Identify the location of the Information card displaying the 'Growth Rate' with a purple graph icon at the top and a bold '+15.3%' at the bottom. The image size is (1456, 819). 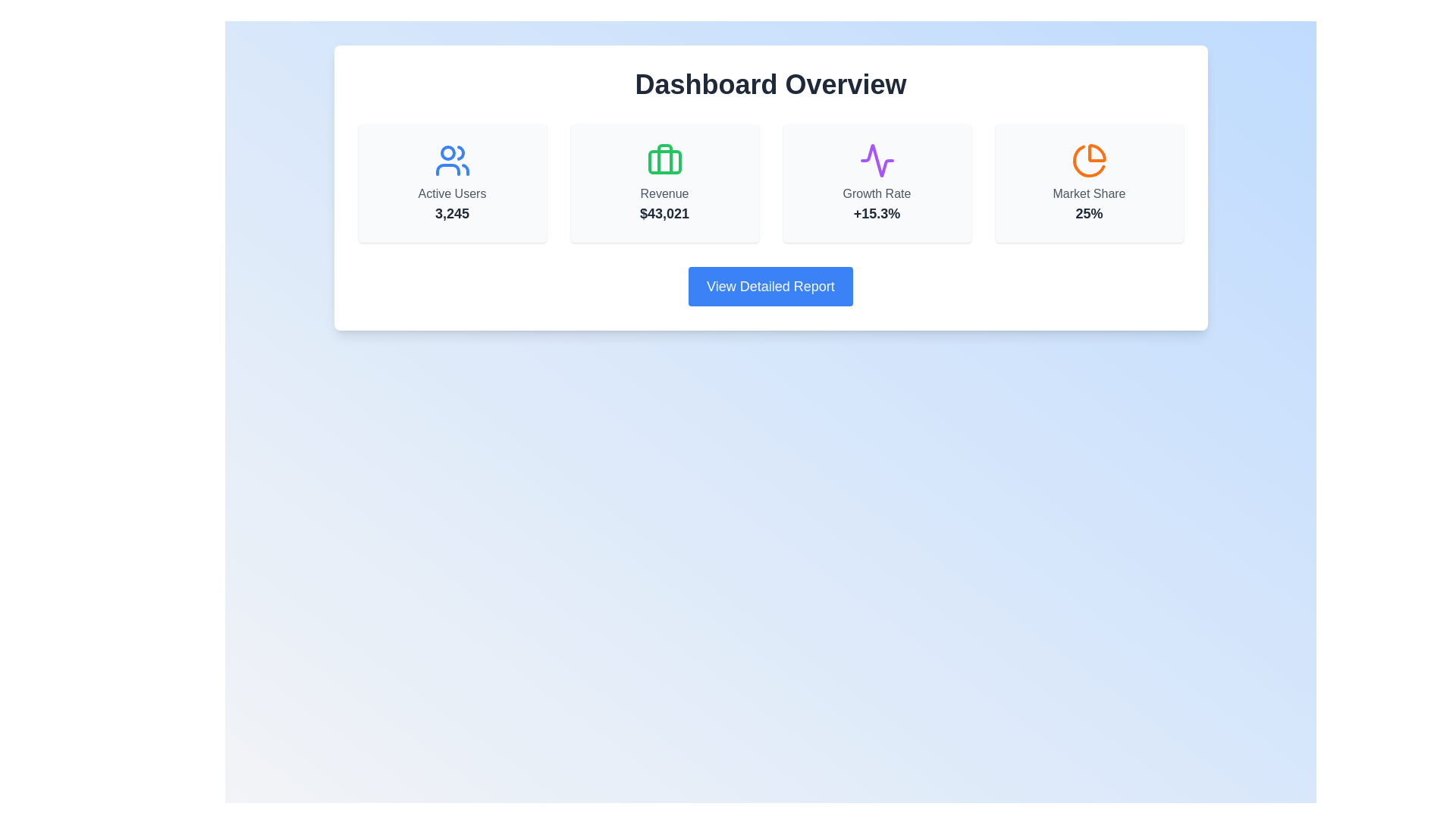
(877, 183).